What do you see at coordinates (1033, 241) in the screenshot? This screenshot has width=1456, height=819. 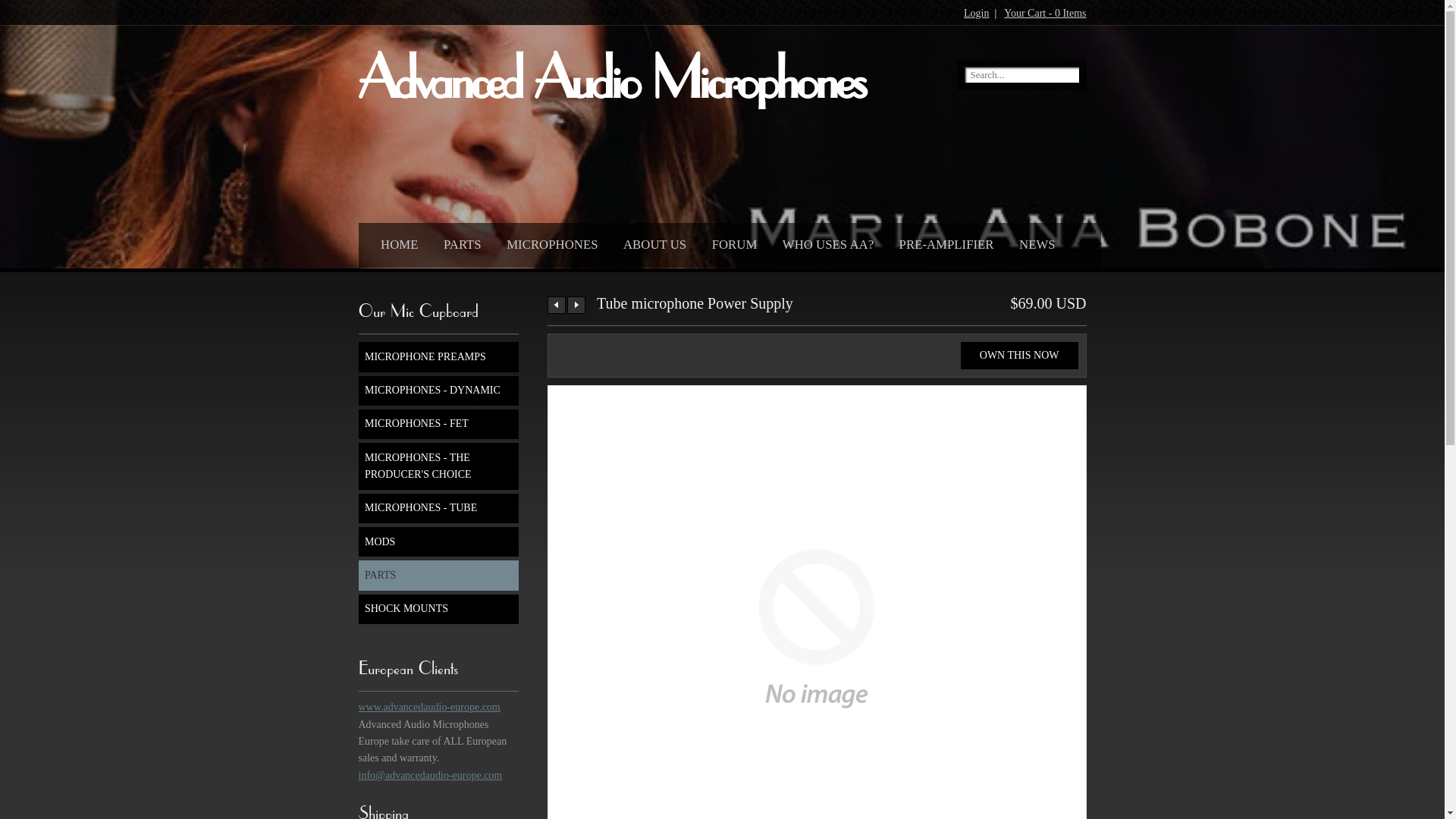 I see `'NEWS'` at bounding box center [1033, 241].